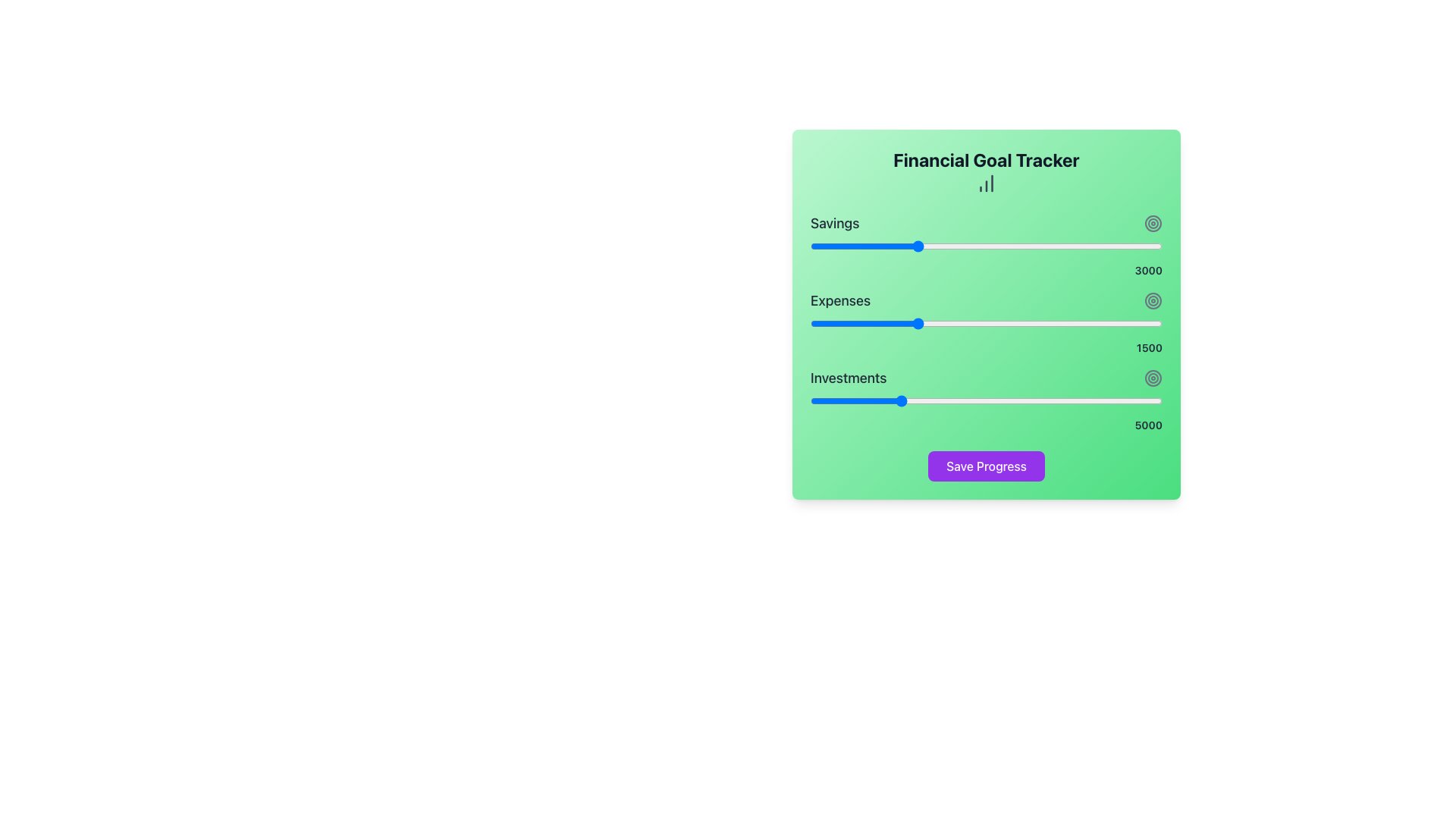 This screenshot has height=819, width=1456. I want to click on the investment goal, so click(1081, 400).